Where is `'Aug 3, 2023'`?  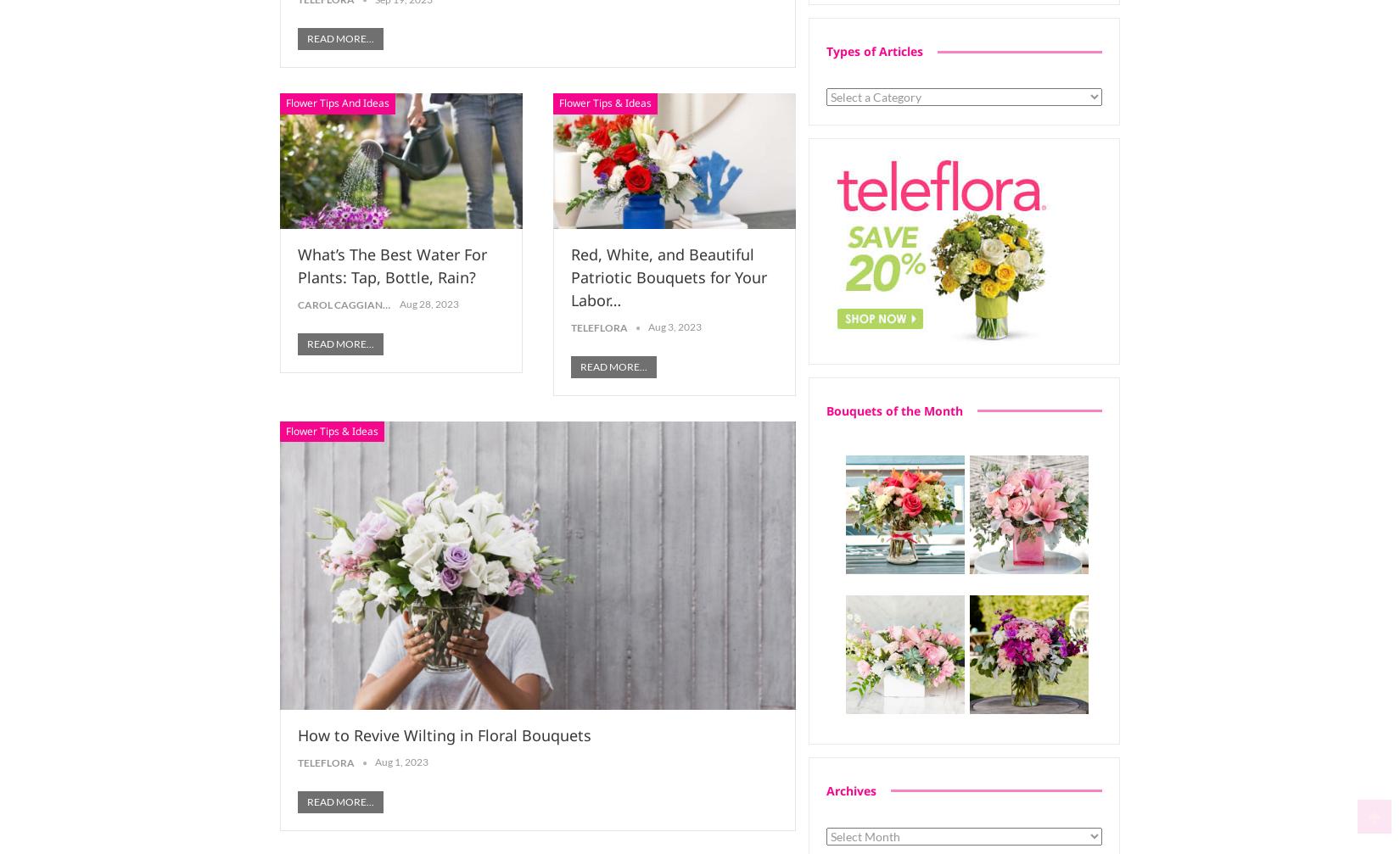
'Aug 3, 2023' is located at coordinates (647, 327).